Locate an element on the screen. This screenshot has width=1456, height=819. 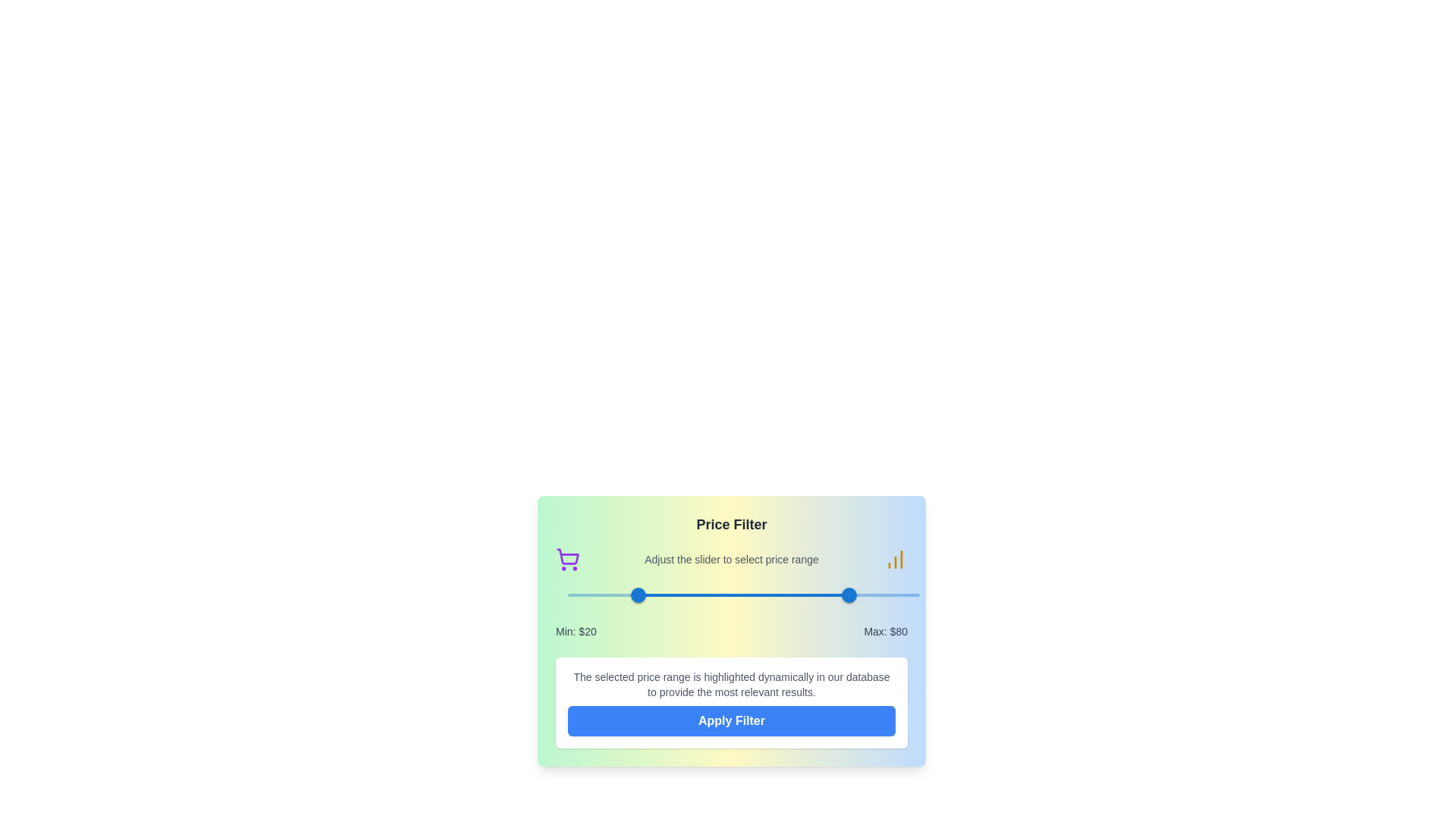
the decorative icons in the instructional text section below the 'Price Filter' header, which includes a shopping cart icon and an increasing bar chart icon is located at coordinates (731, 559).